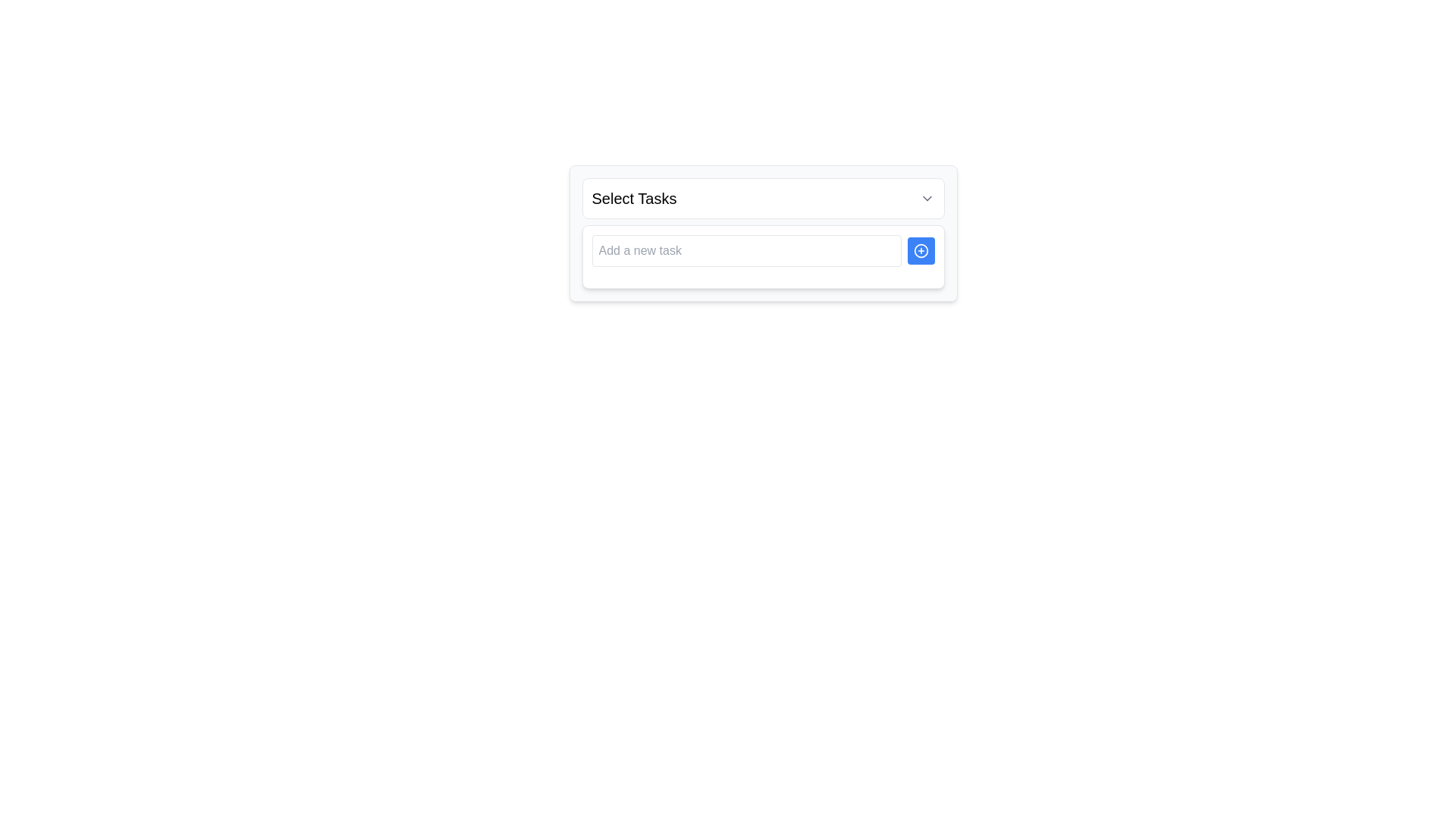 The image size is (1456, 819). Describe the element at coordinates (926, 198) in the screenshot. I see `the dropdown chevron located at the far right of the 'Select Tasks' header` at that location.